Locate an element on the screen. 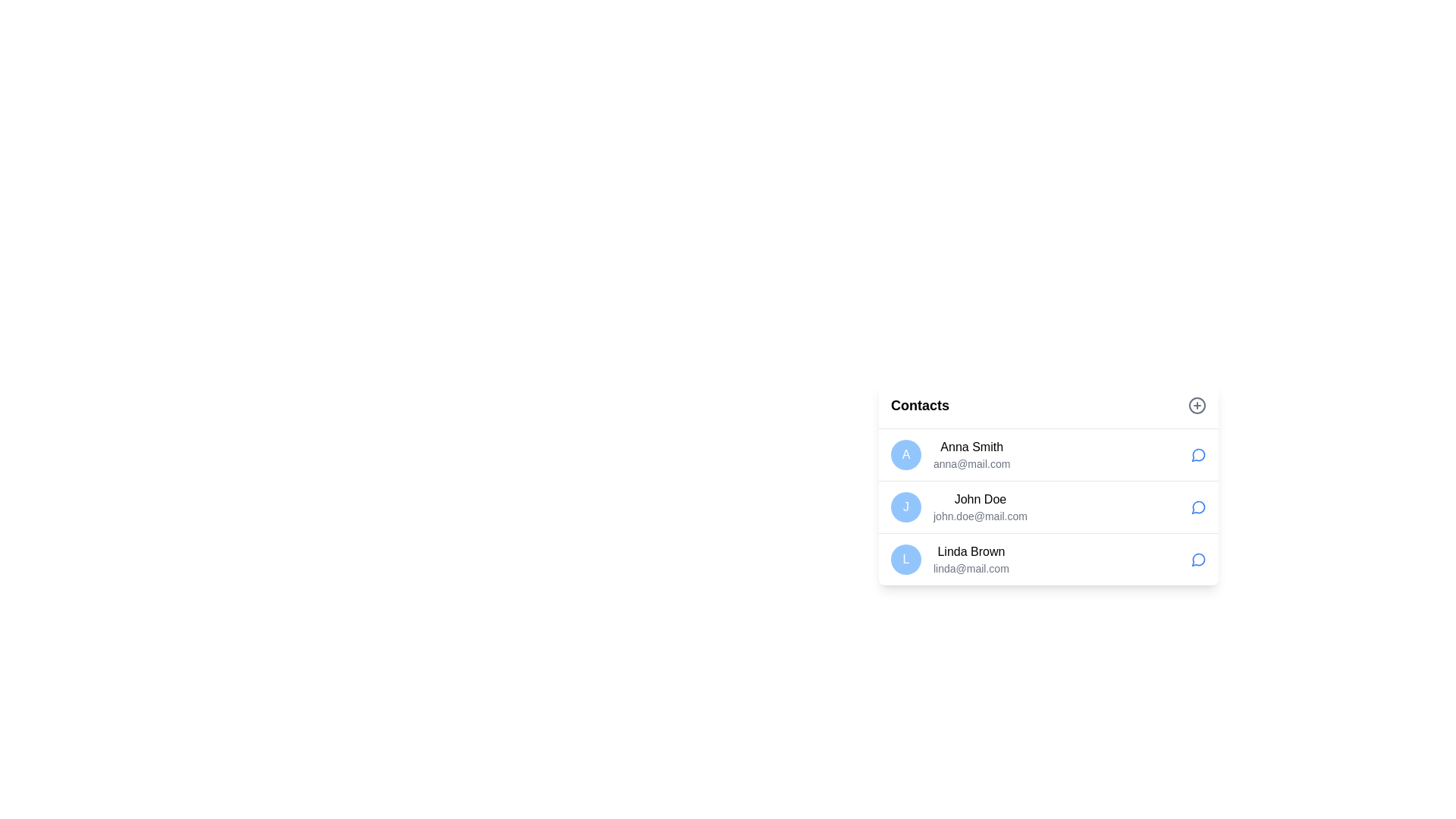 The width and height of the screenshot is (1456, 819). the blue speech bubble icon located to the far right of the row containing 'Linda Brown' and 'linda@mail.com' is located at coordinates (1197, 559).